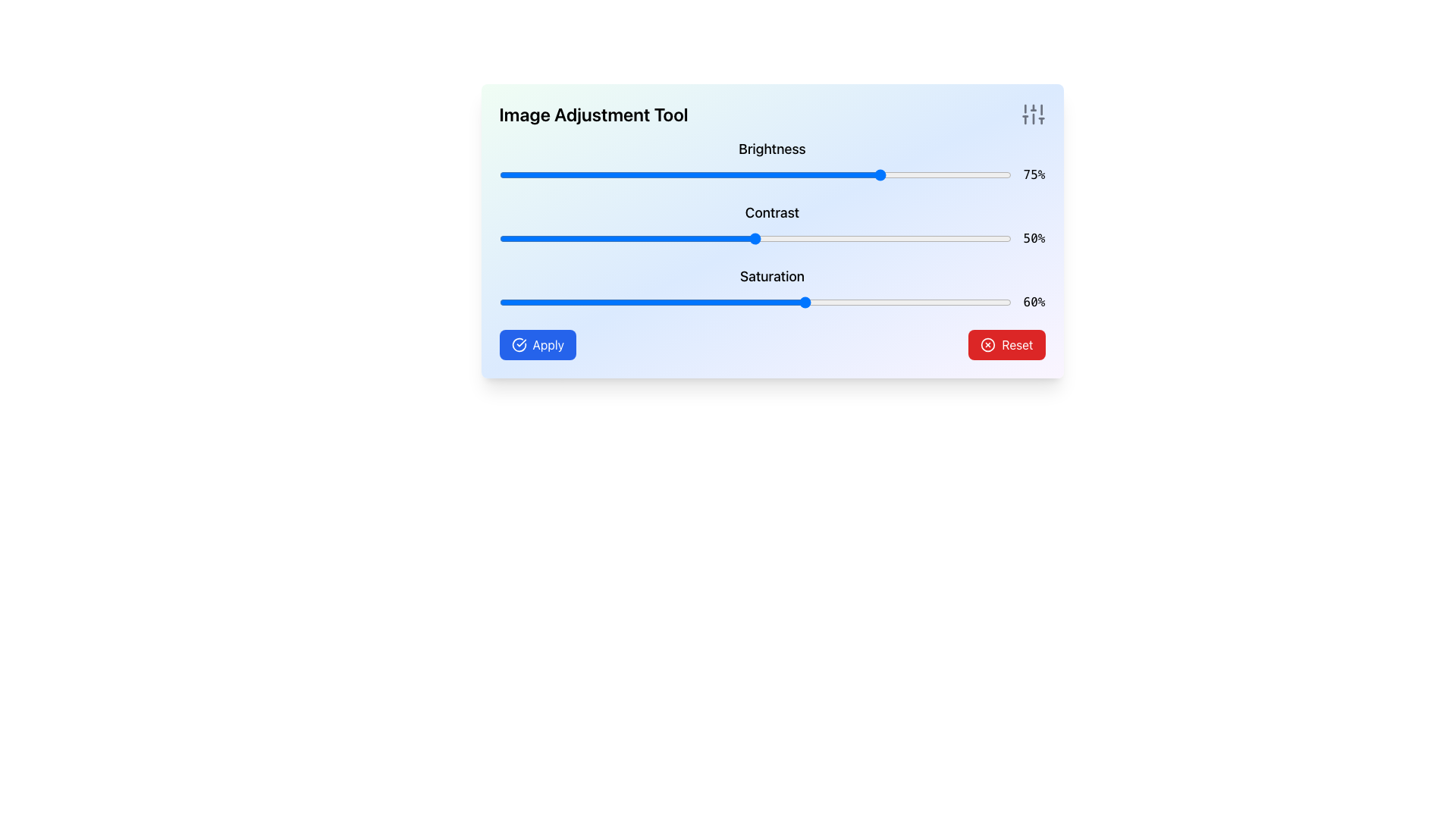 Image resolution: width=1456 pixels, height=819 pixels. What do you see at coordinates (846, 239) in the screenshot?
I see `contrast` at bounding box center [846, 239].